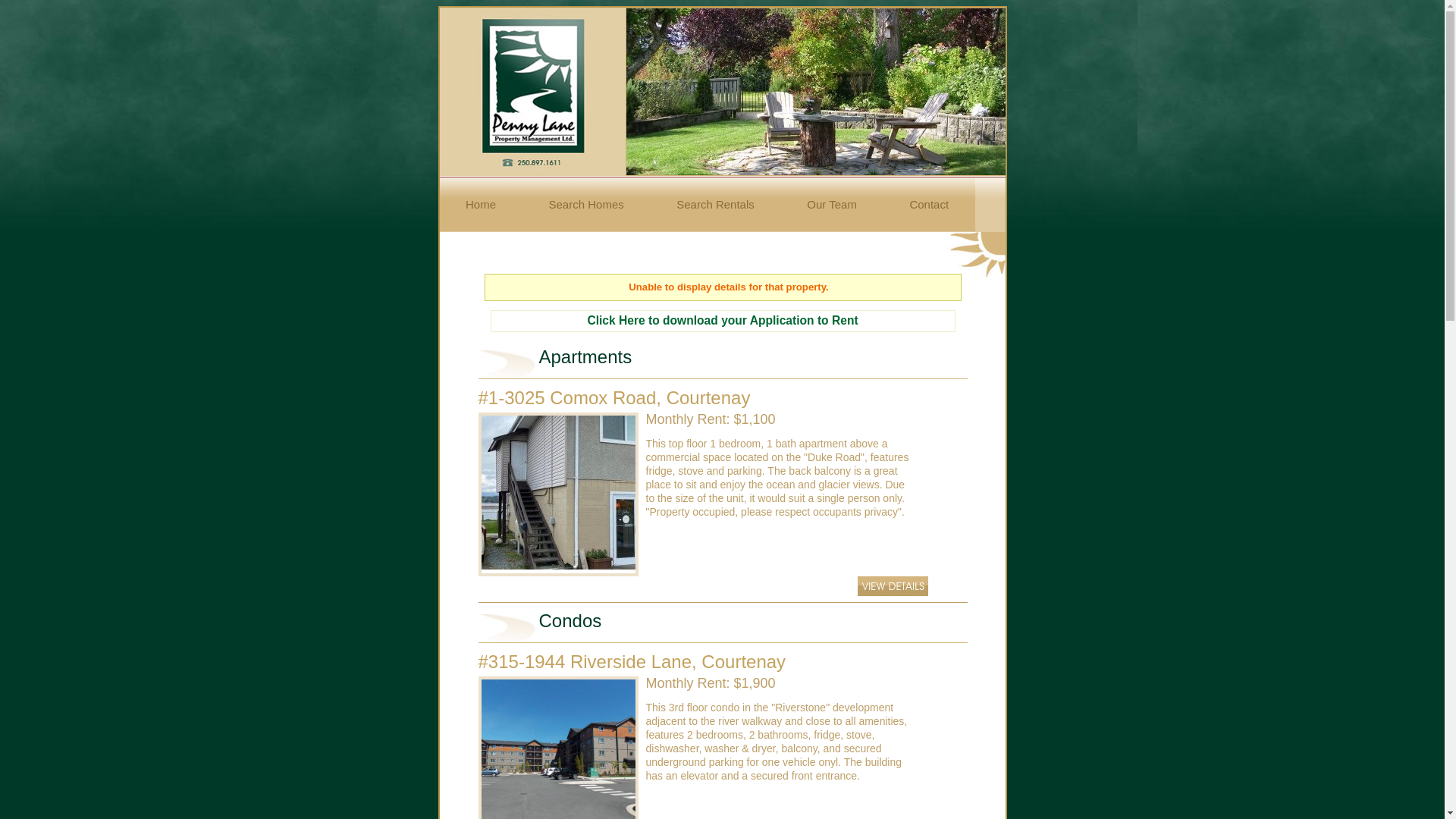 Image resolution: width=1456 pixels, height=819 pixels. What do you see at coordinates (585, 203) in the screenshot?
I see `'Search Homes'` at bounding box center [585, 203].